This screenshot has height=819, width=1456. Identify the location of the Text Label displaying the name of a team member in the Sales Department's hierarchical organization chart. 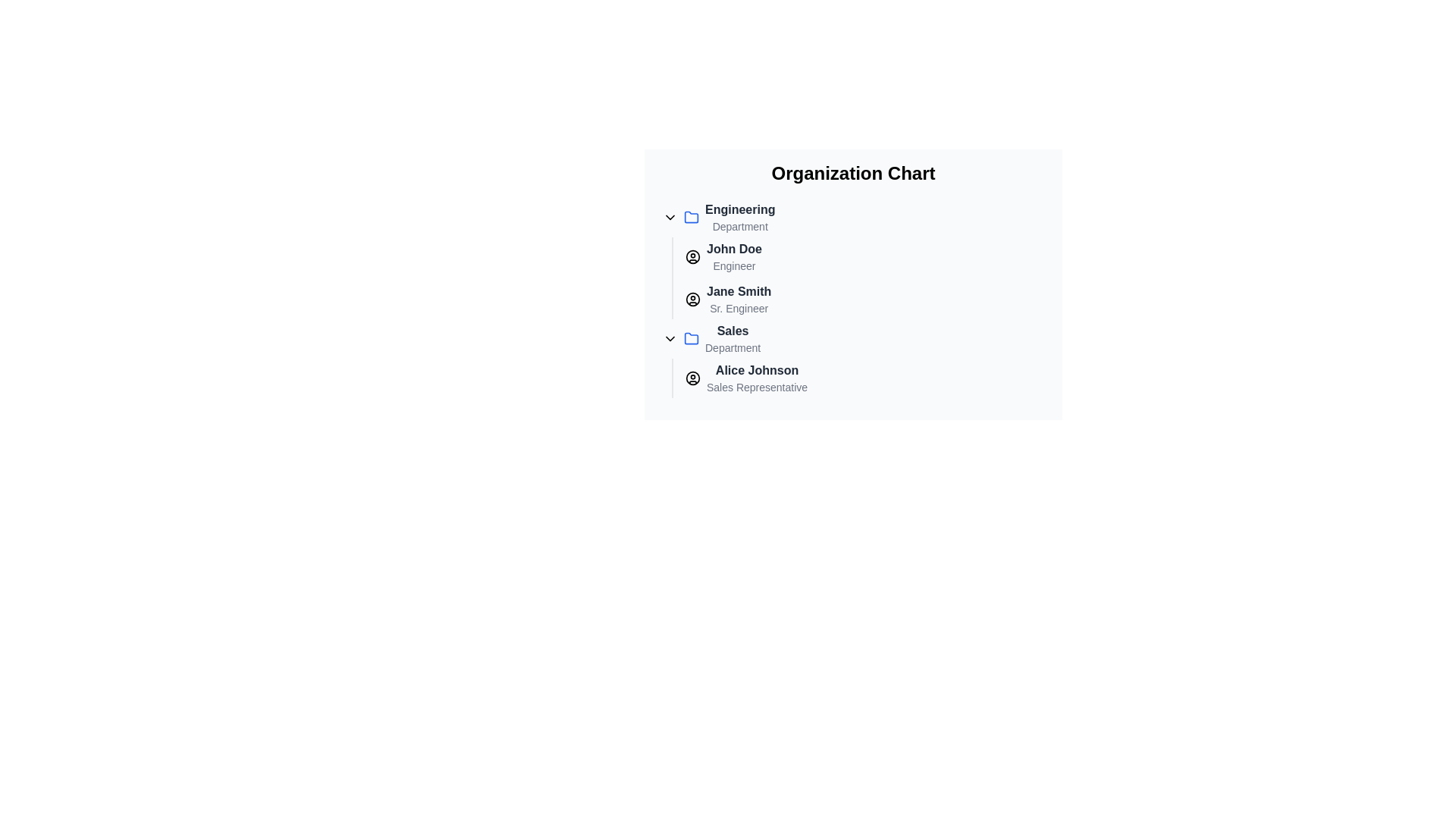
(757, 370).